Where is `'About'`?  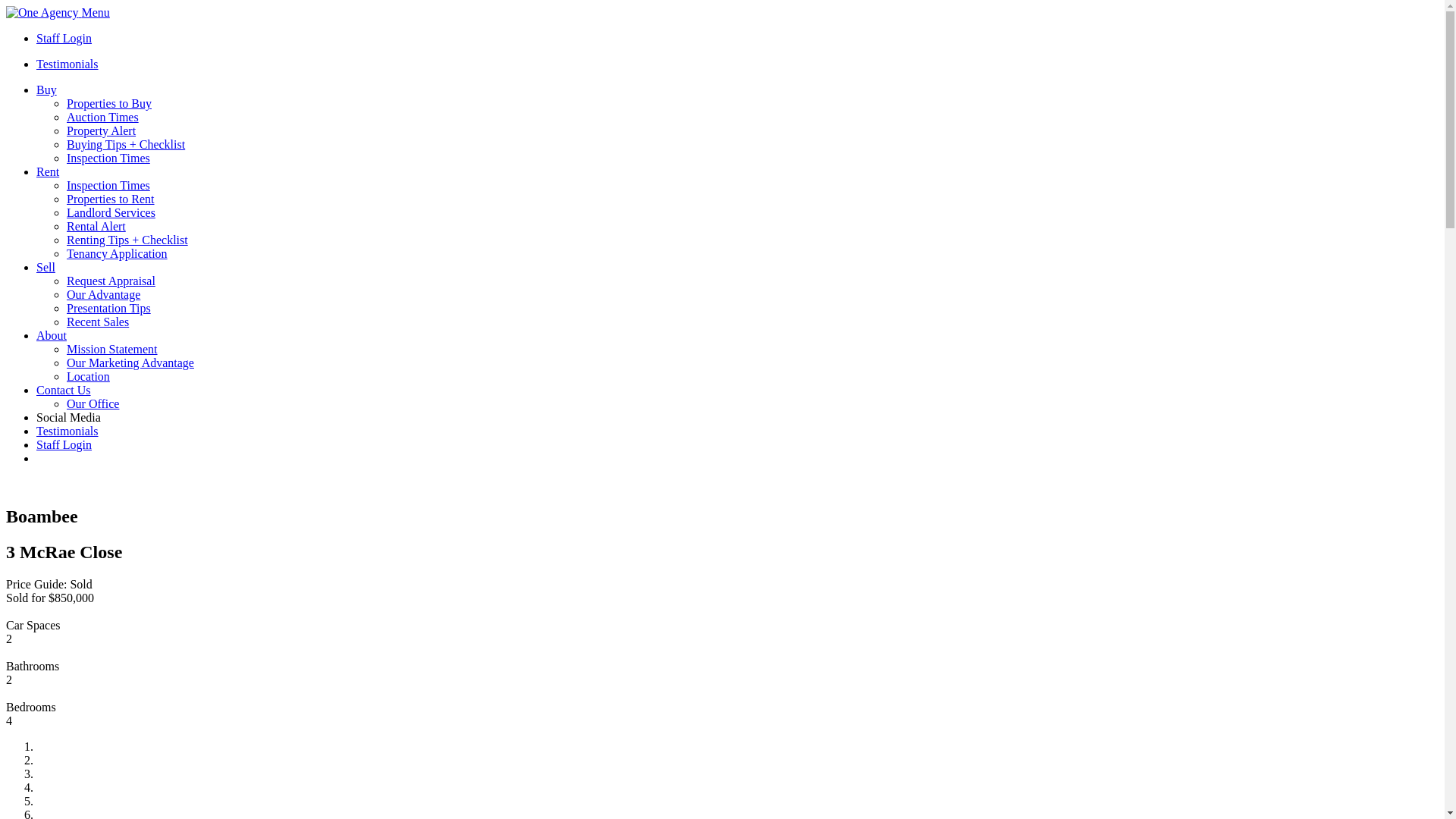 'About' is located at coordinates (51, 334).